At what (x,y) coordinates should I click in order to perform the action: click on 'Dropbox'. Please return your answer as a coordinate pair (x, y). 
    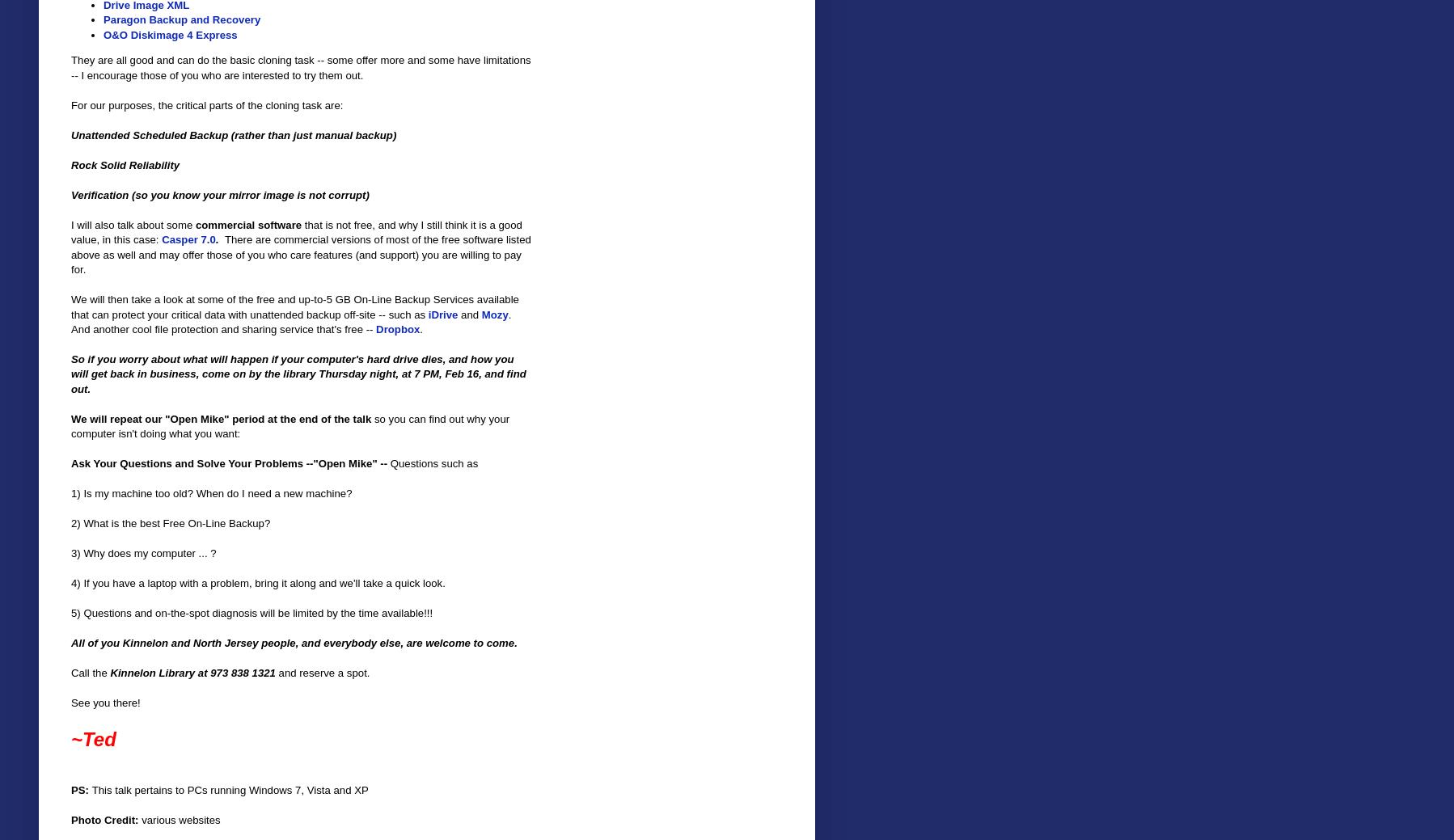
    Looking at the image, I should click on (397, 327).